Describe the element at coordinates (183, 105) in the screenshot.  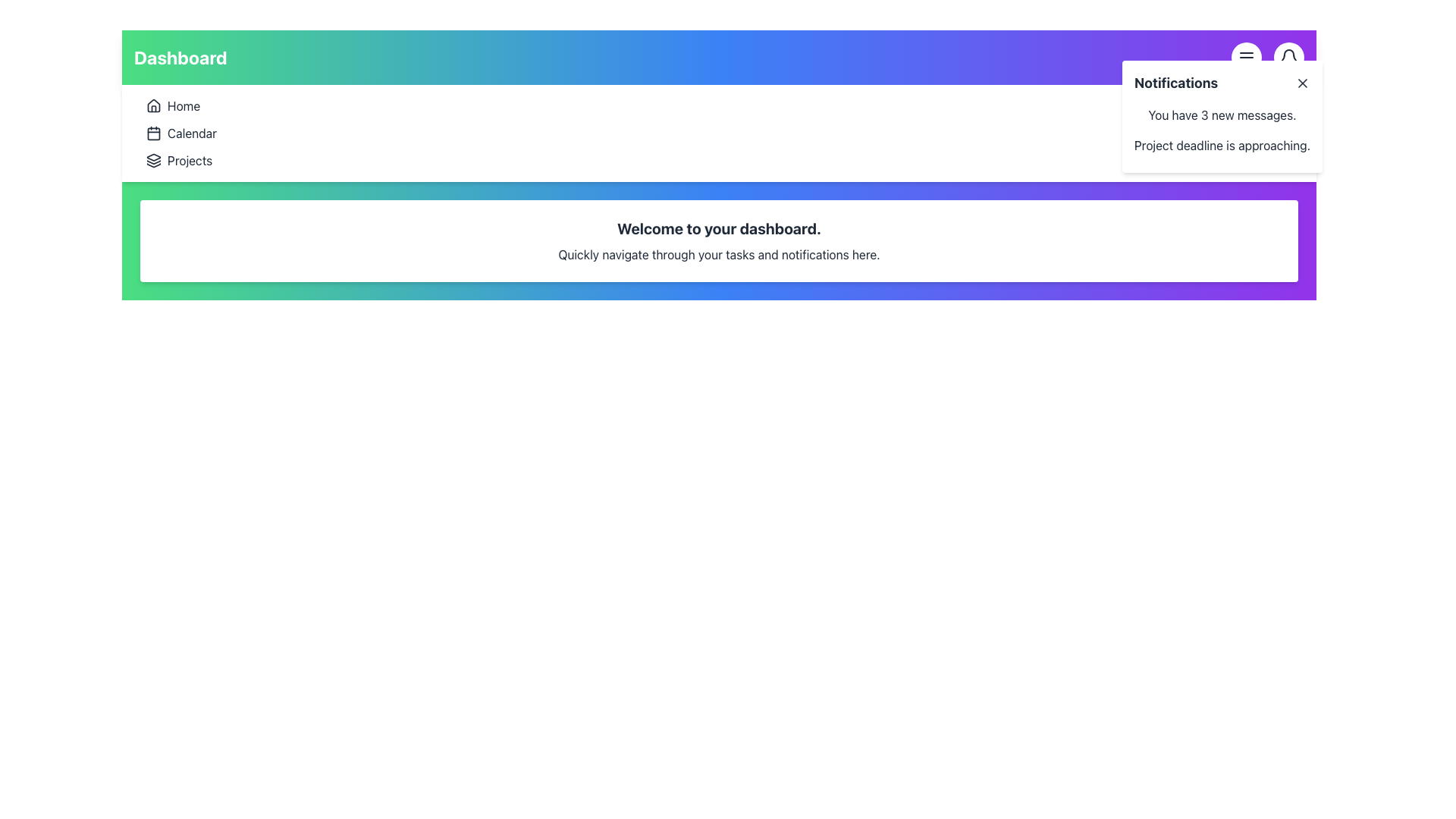
I see `the homepage label in the navigation menu that identifies the adjacent house icon` at that location.